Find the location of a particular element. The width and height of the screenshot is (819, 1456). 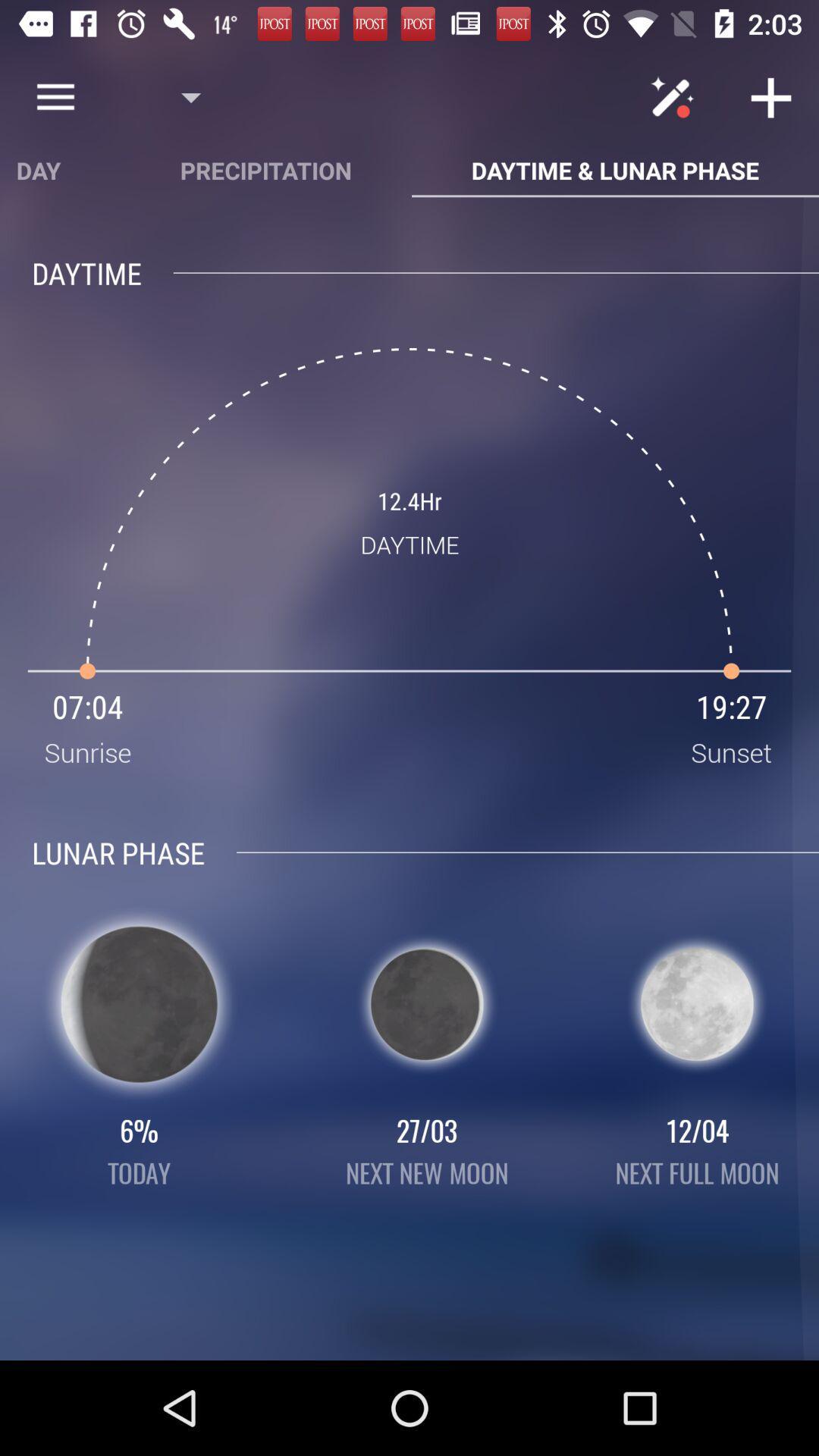

the text precipitation is located at coordinates (265, 170).